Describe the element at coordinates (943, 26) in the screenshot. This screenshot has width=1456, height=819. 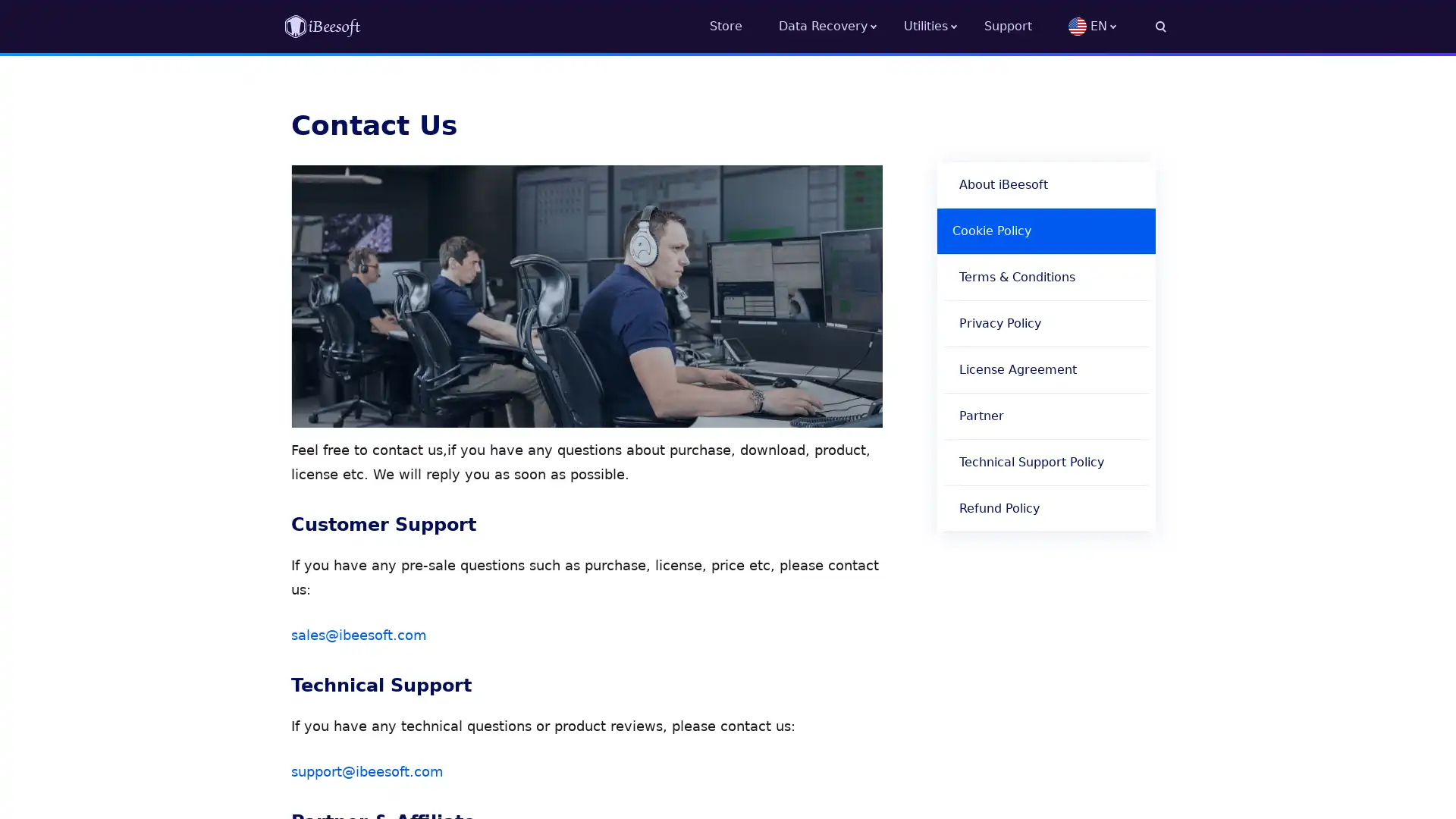
I see `products` at that location.